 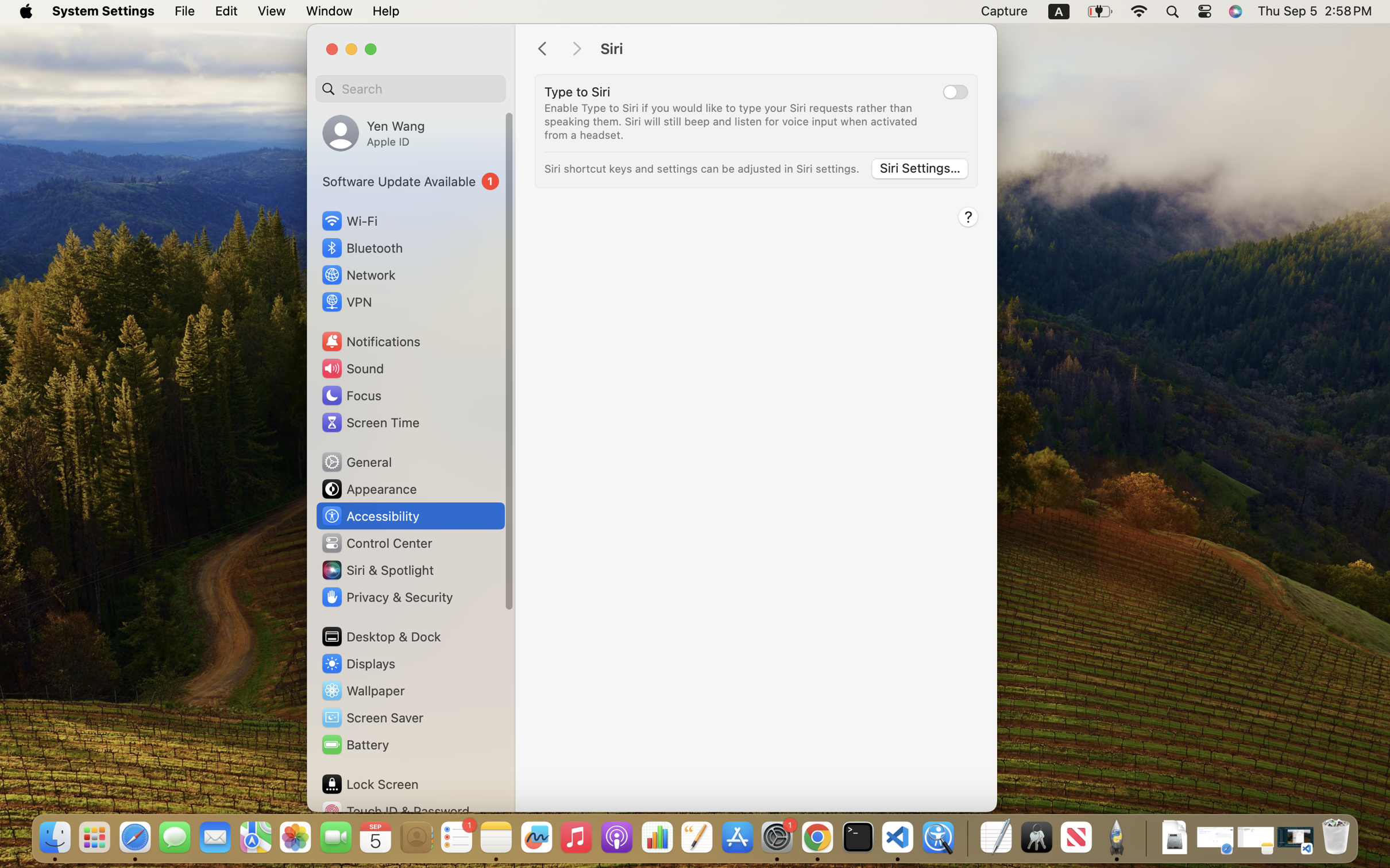 What do you see at coordinates (371, 718) in the screenshot?
I see `'Screen Saver'` at bounding box center [371, 718].